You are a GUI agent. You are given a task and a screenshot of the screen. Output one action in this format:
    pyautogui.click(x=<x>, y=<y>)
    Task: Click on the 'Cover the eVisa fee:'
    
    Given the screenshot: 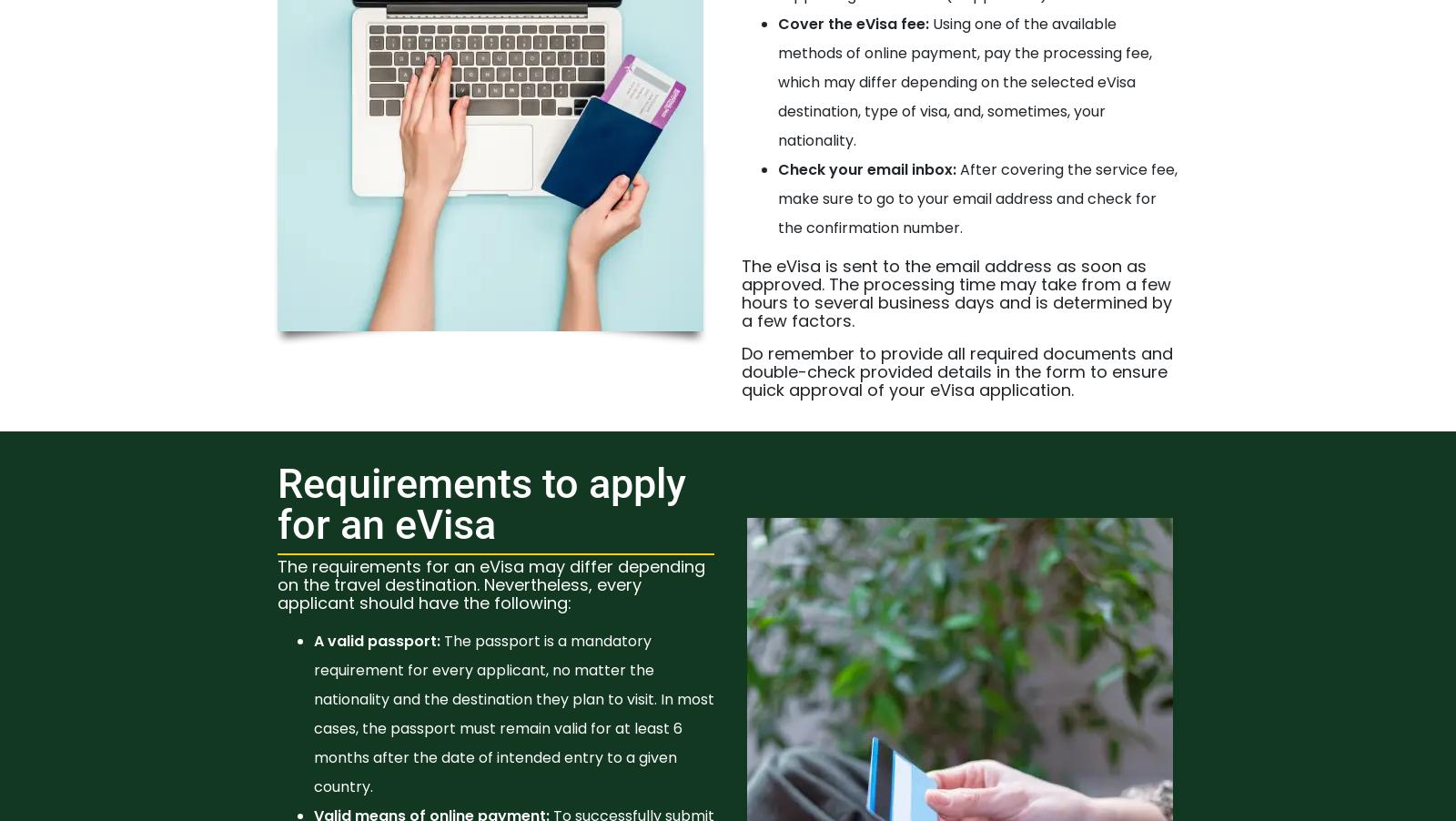 What is the action you would take?
    pyautogui.click(x=777, y=22)
    